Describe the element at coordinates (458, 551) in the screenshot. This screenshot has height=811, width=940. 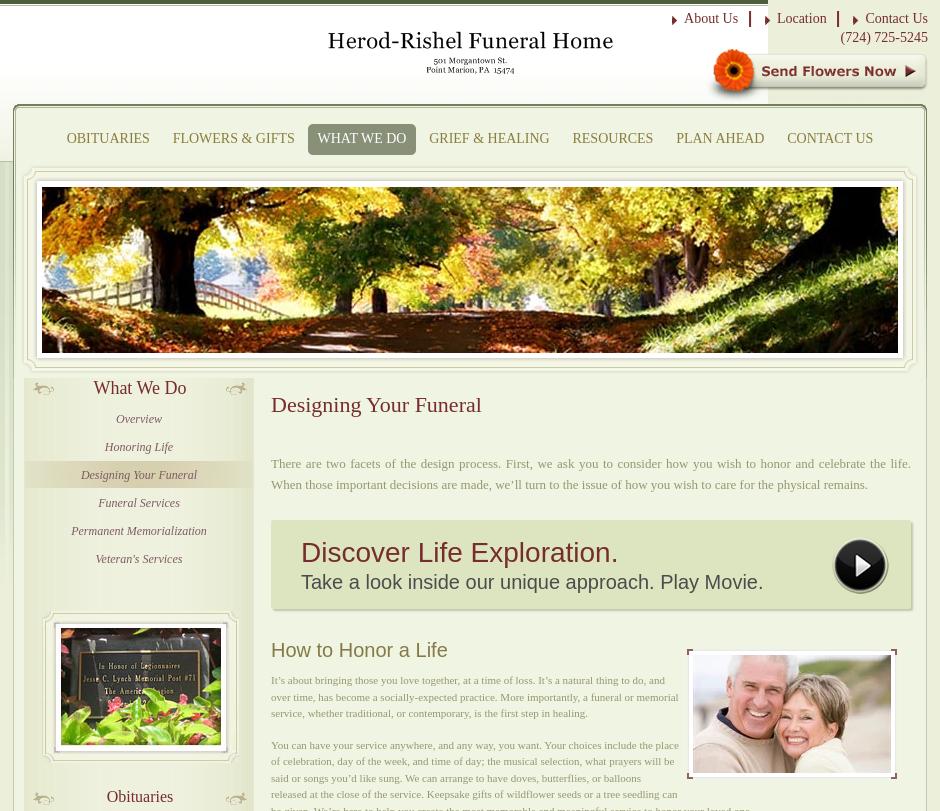
I see `'Discover Life Exploration.'` at that location.